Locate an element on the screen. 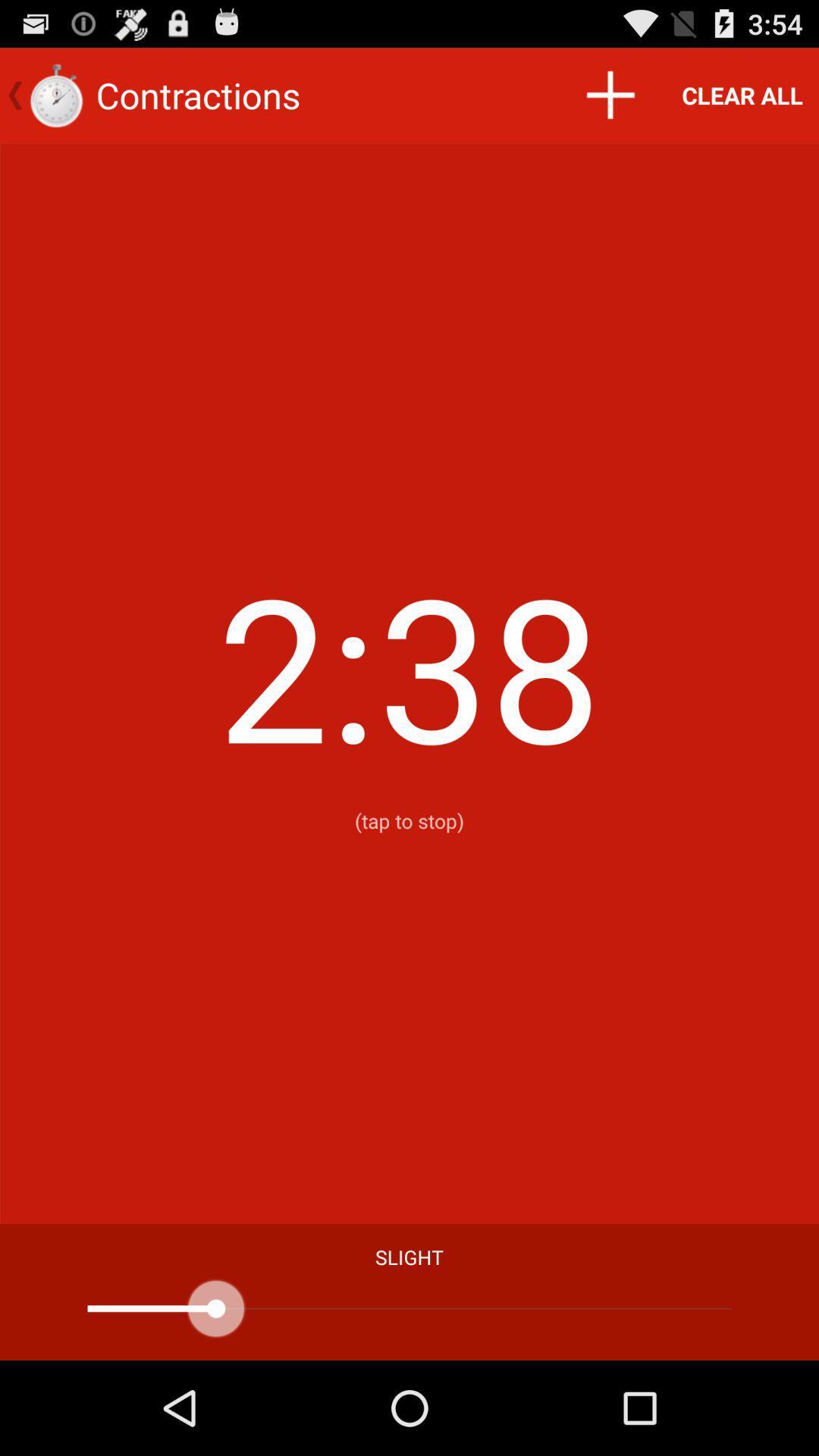 The height and width of the screenshot is (1456, 819). item above 9 icon is located at coordinates (609, 94).